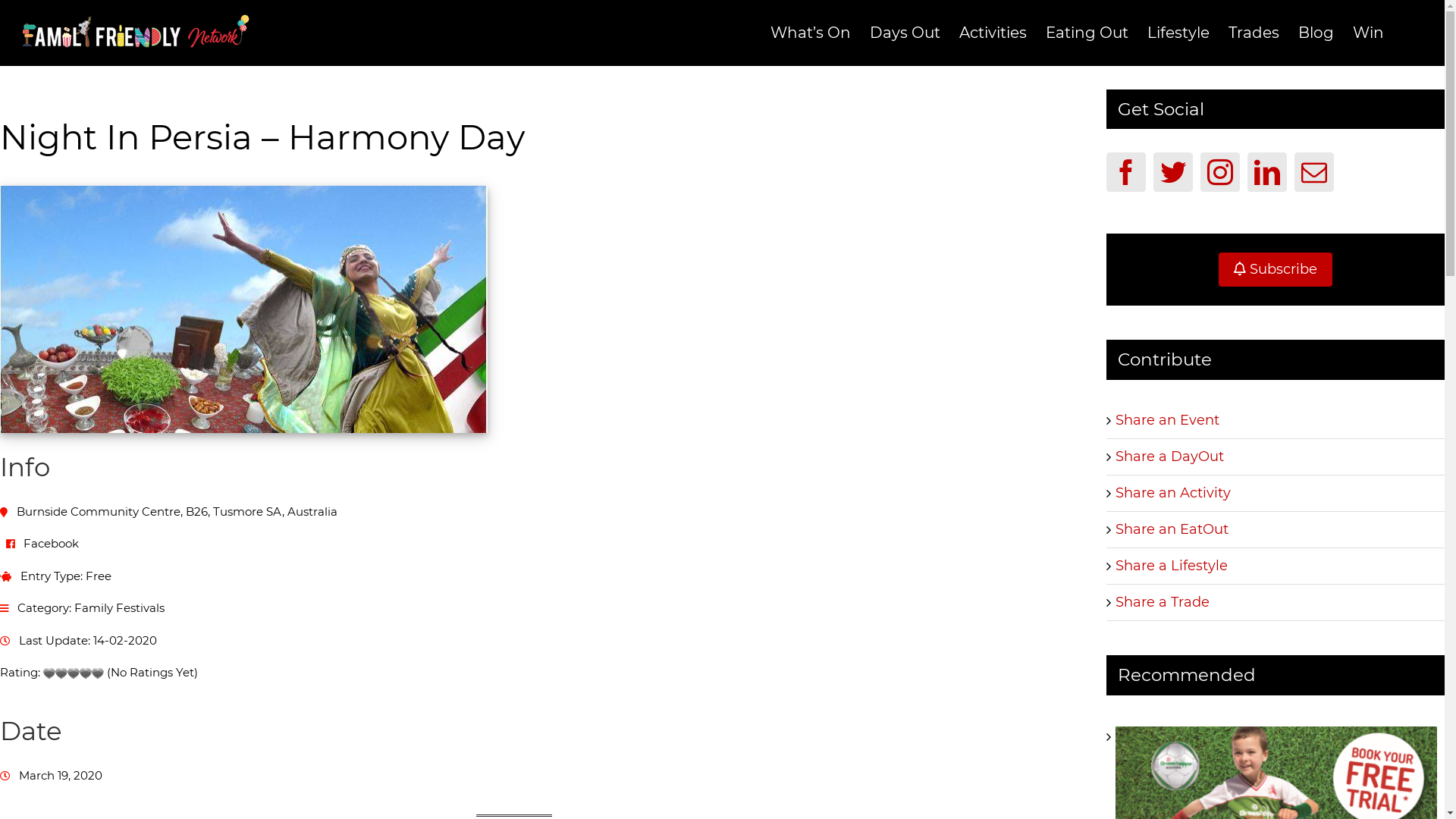 This screenshot has width=1456, height=819. I want to click on 'Days Out', so click(905, 33).